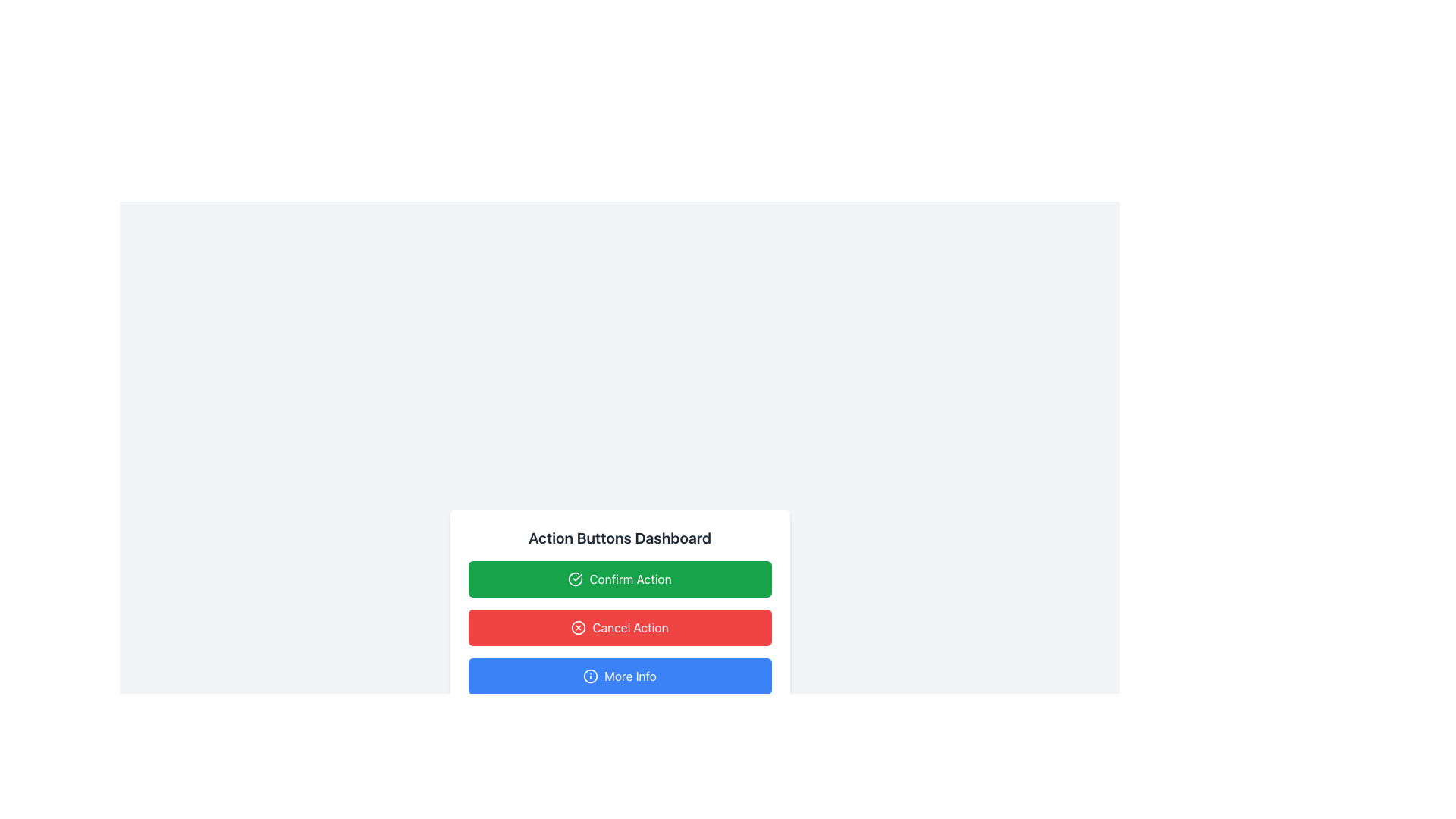  What do you see at coordinates (630, 675) in the screenshot?
I see `text 'More Info' displayed on the white font text label located centrally within a blue rectangular button at the bottom of the button group beneath 'Action Buttons Dashboard'` at bounding box center [630, 675].